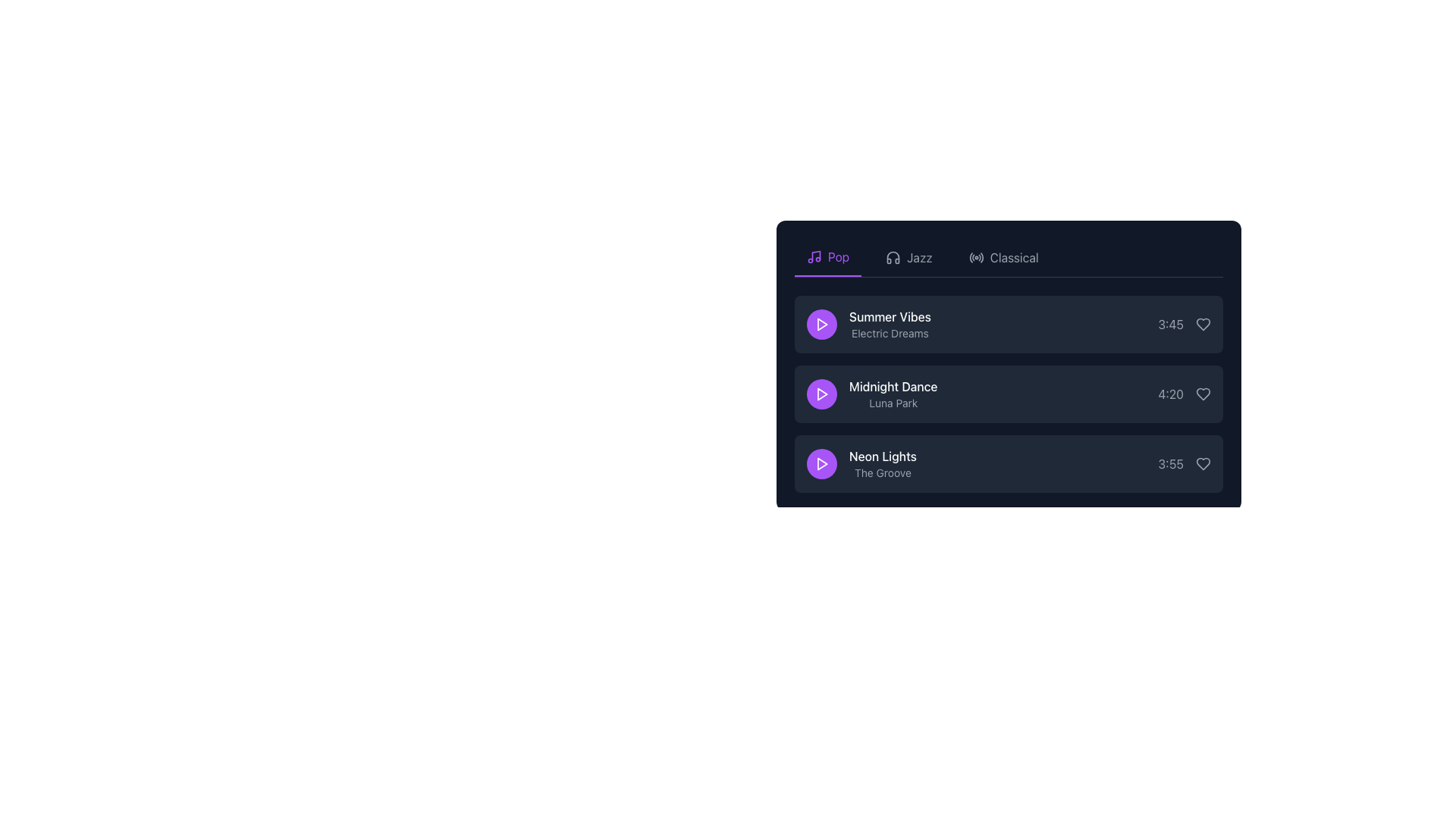 The image size is (1456, 819). I want to click on the text display of the song titled 'Summer Vibes' with the subtitle 'Electric Dreams', so click(868, 324).